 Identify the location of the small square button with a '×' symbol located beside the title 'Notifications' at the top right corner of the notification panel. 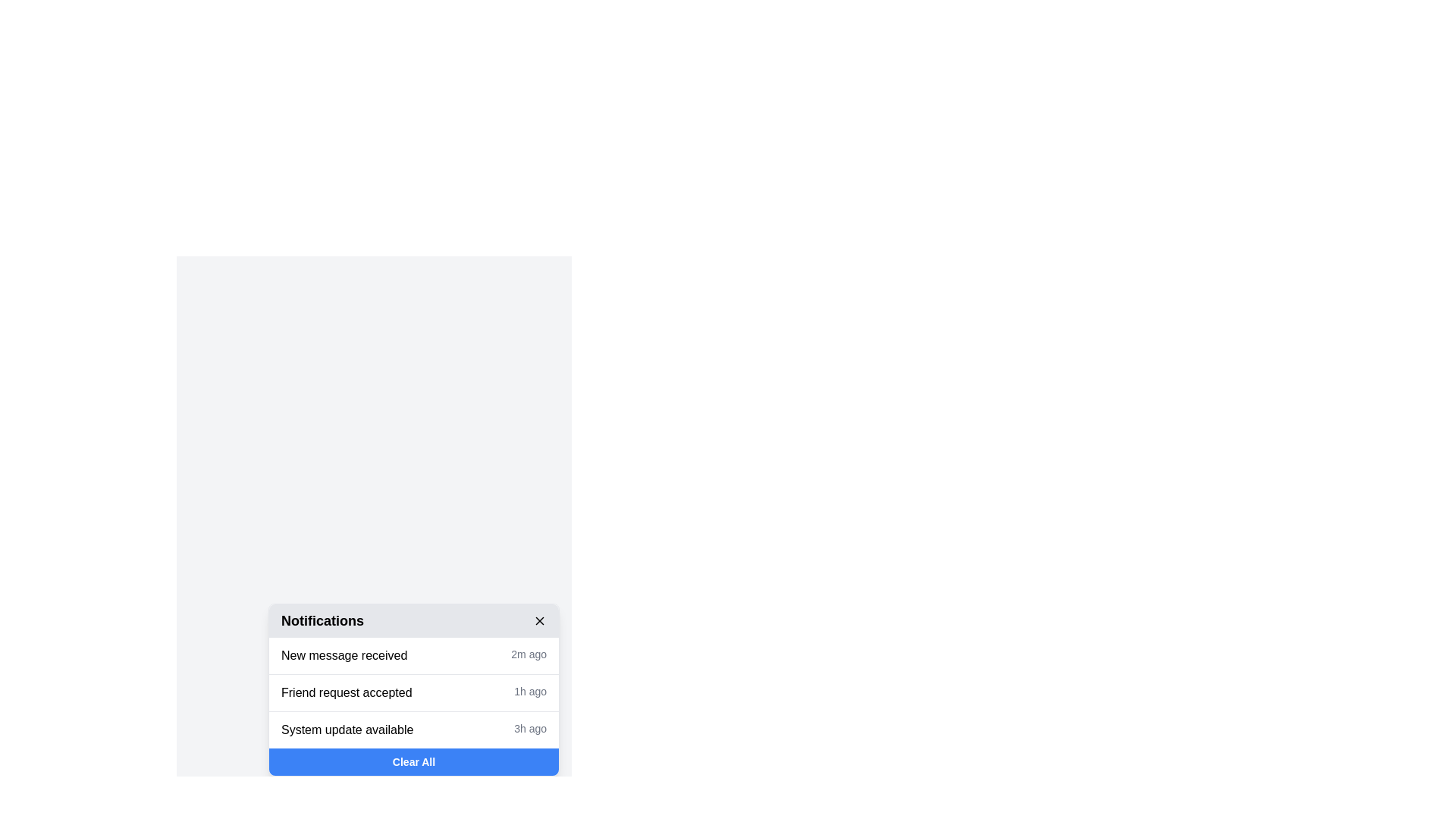
(539, 620).